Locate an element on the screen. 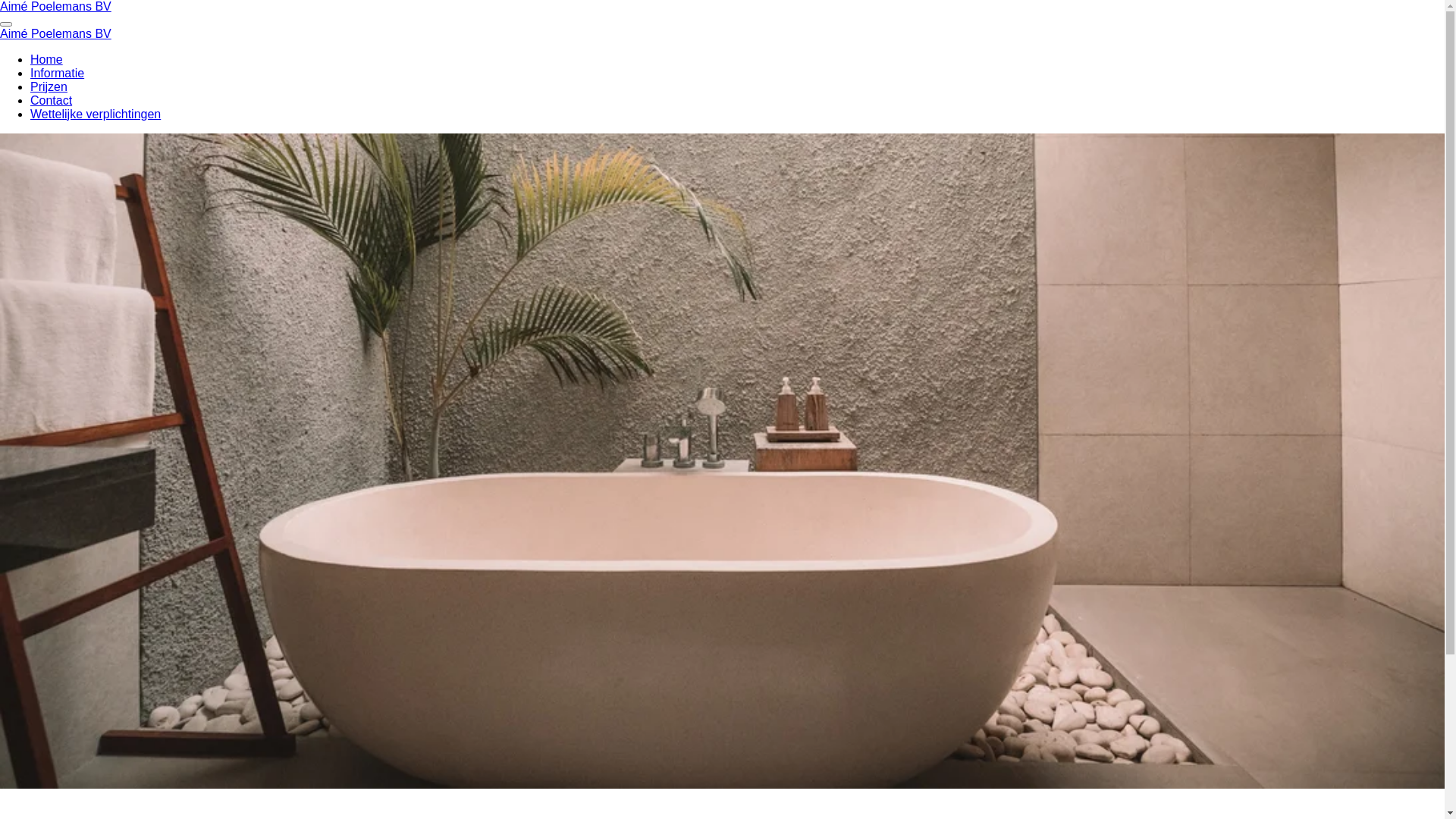 The image size is (1456, 819). 'Prijzen' is located at coordinates (49, 86).